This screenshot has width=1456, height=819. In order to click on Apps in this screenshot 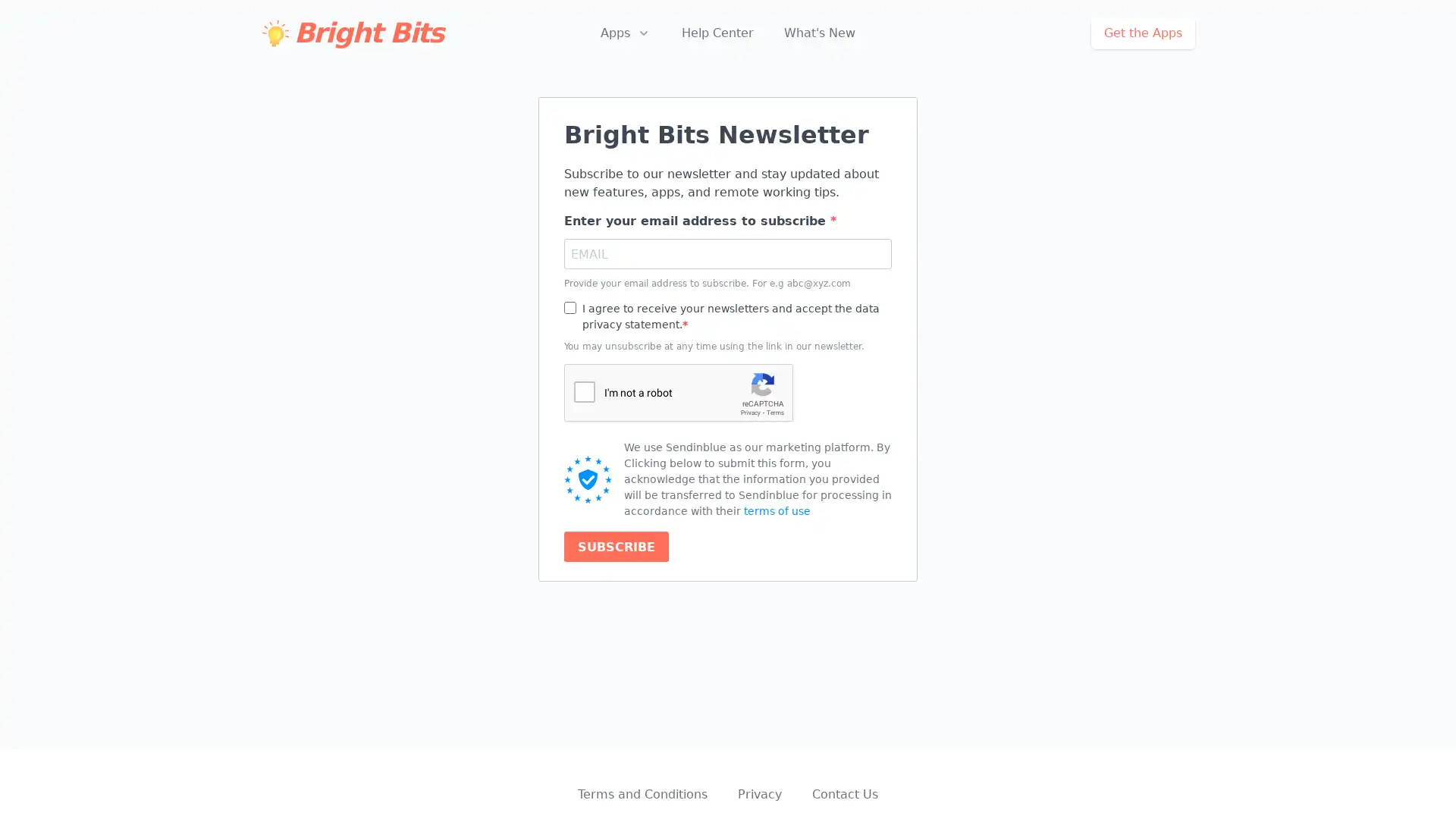, I will do `click(626, 33)`.